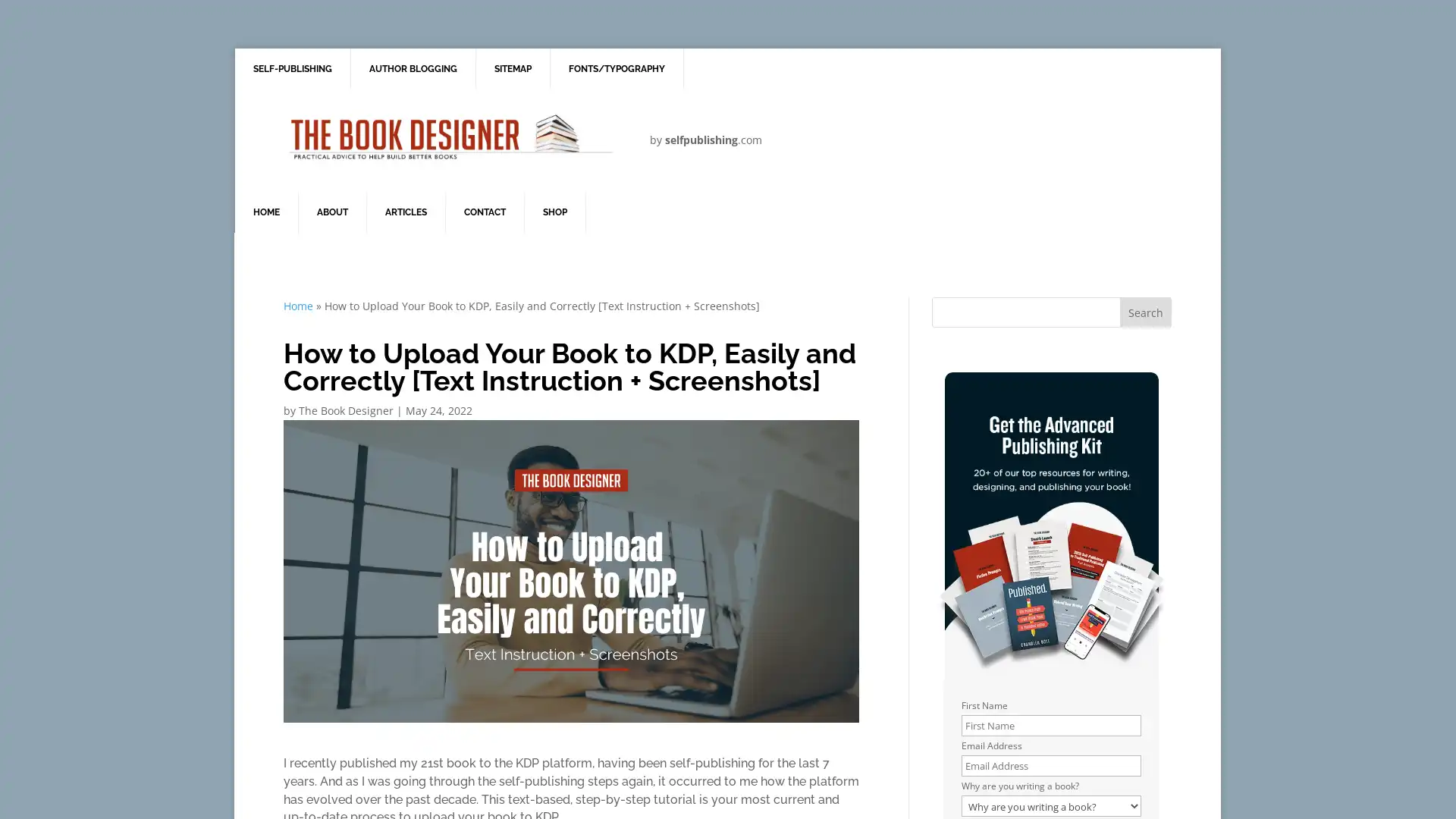 The height and width of the screenshot is (819, 1456). Describe the element at coordinates (1145, 312) in the screenshot. I see `Search` at that location.